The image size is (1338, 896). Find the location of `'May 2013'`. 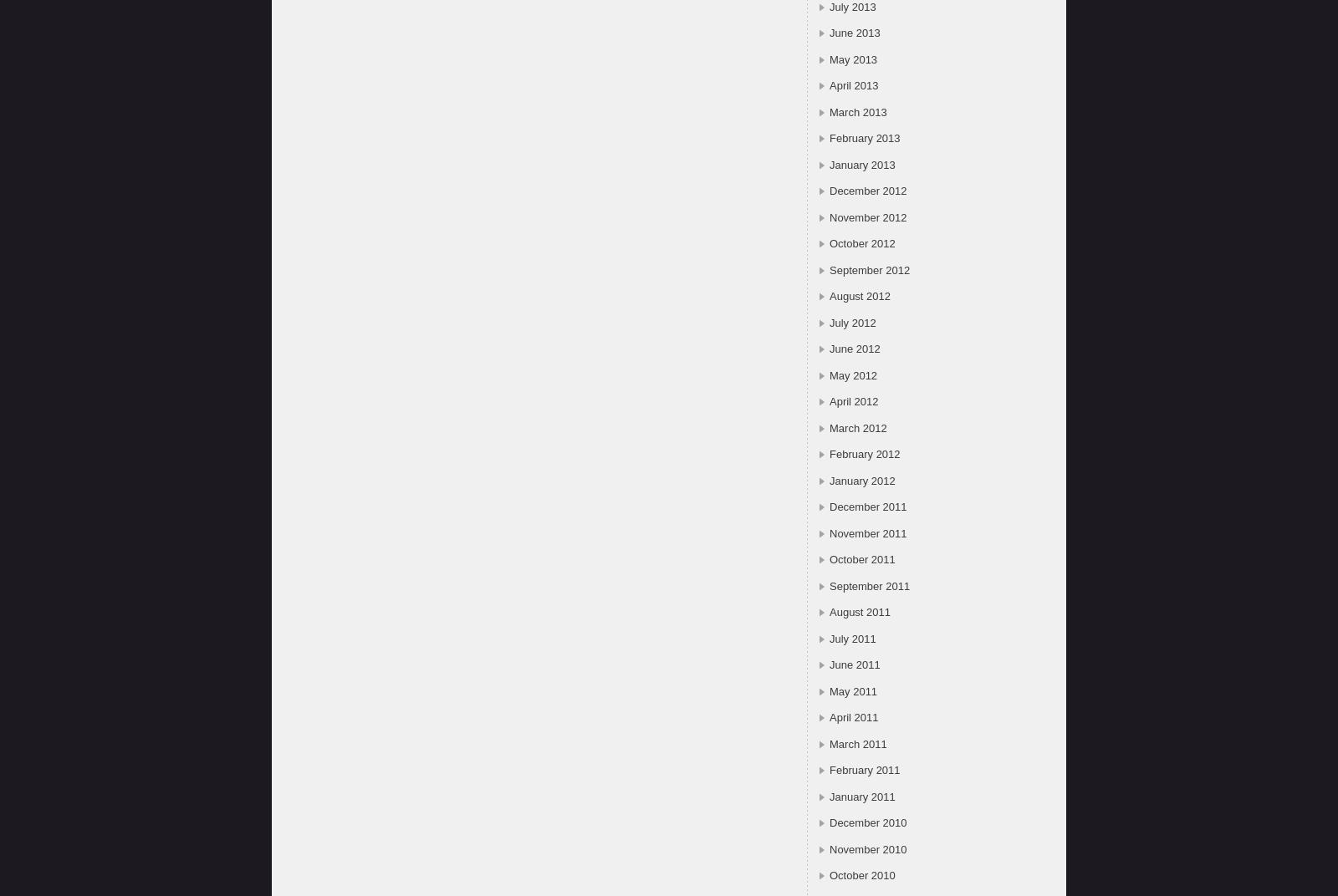

'May 2013' is located at coordinates (853, 59).